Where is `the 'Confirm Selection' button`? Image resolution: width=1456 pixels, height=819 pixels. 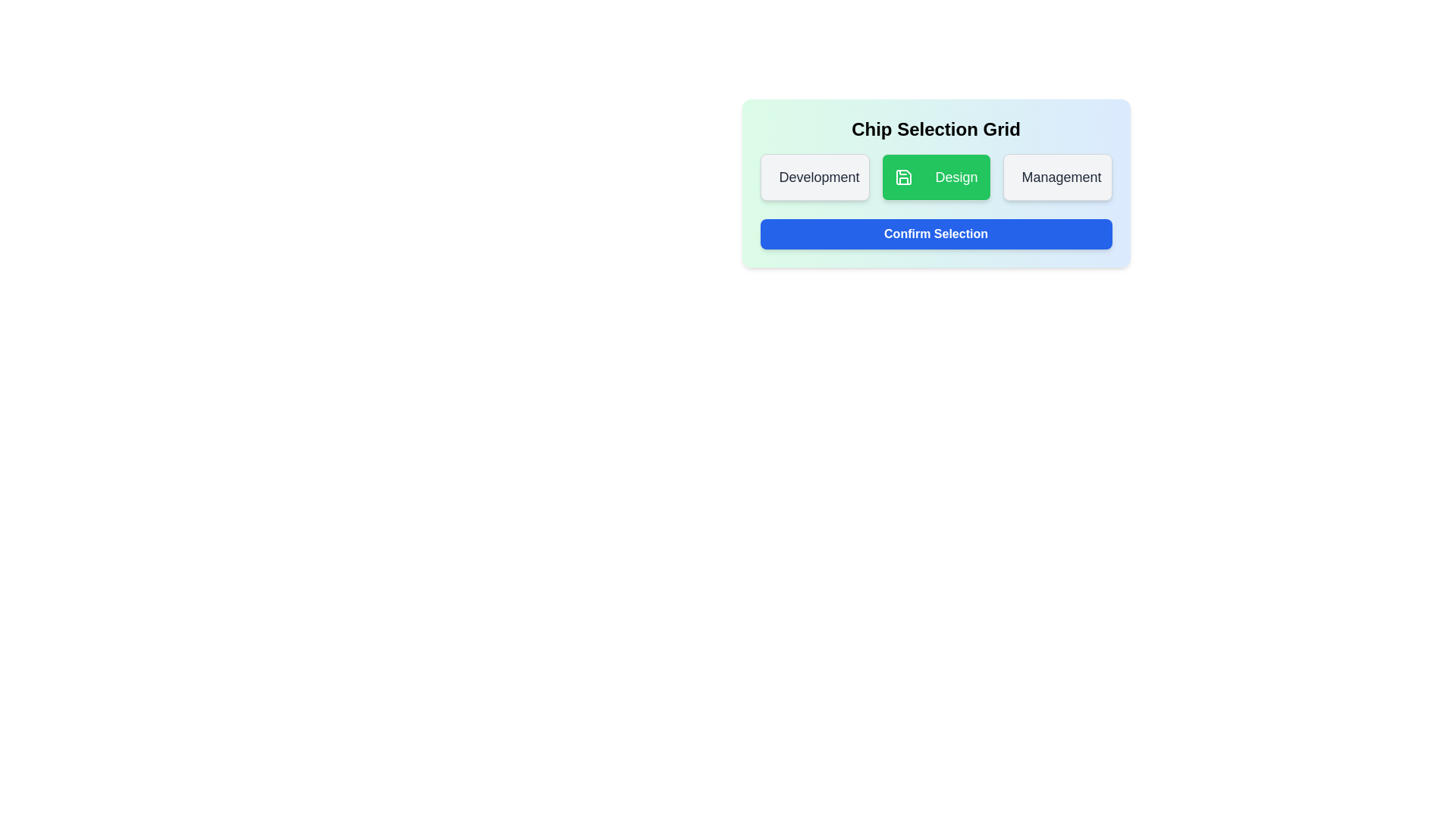 the 'Confirm Selection' button is located at coordinates (935, 234).